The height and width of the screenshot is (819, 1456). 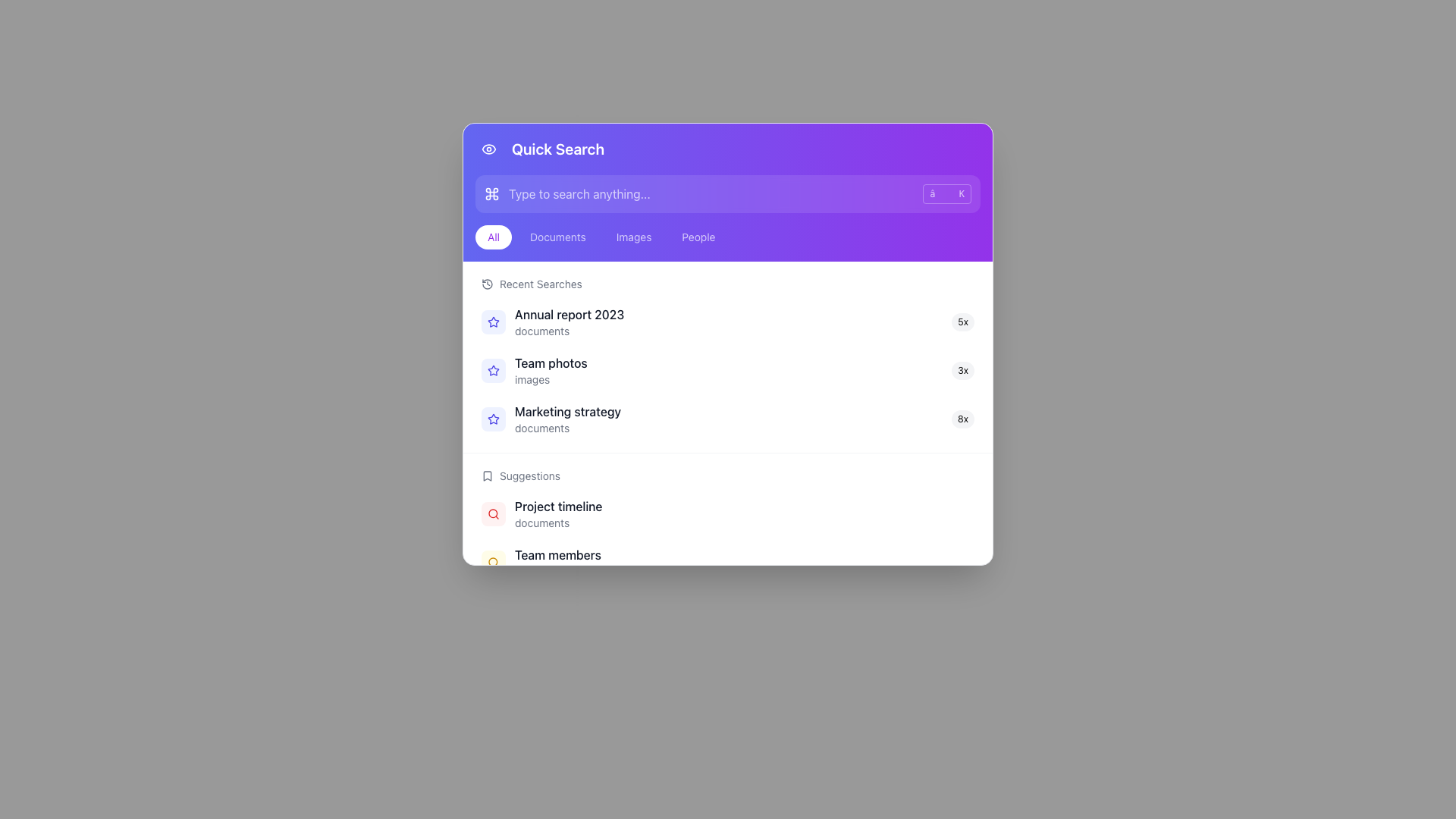 What do you see at coordinates (962, 371) in the screenshot?
I see `the compact, rounded rectangular label with a light gray background and black text displaying '3x', which serves as a count indicator beside 'Team photos images' in the Recent Searches list` at bounding box center [962, 371].